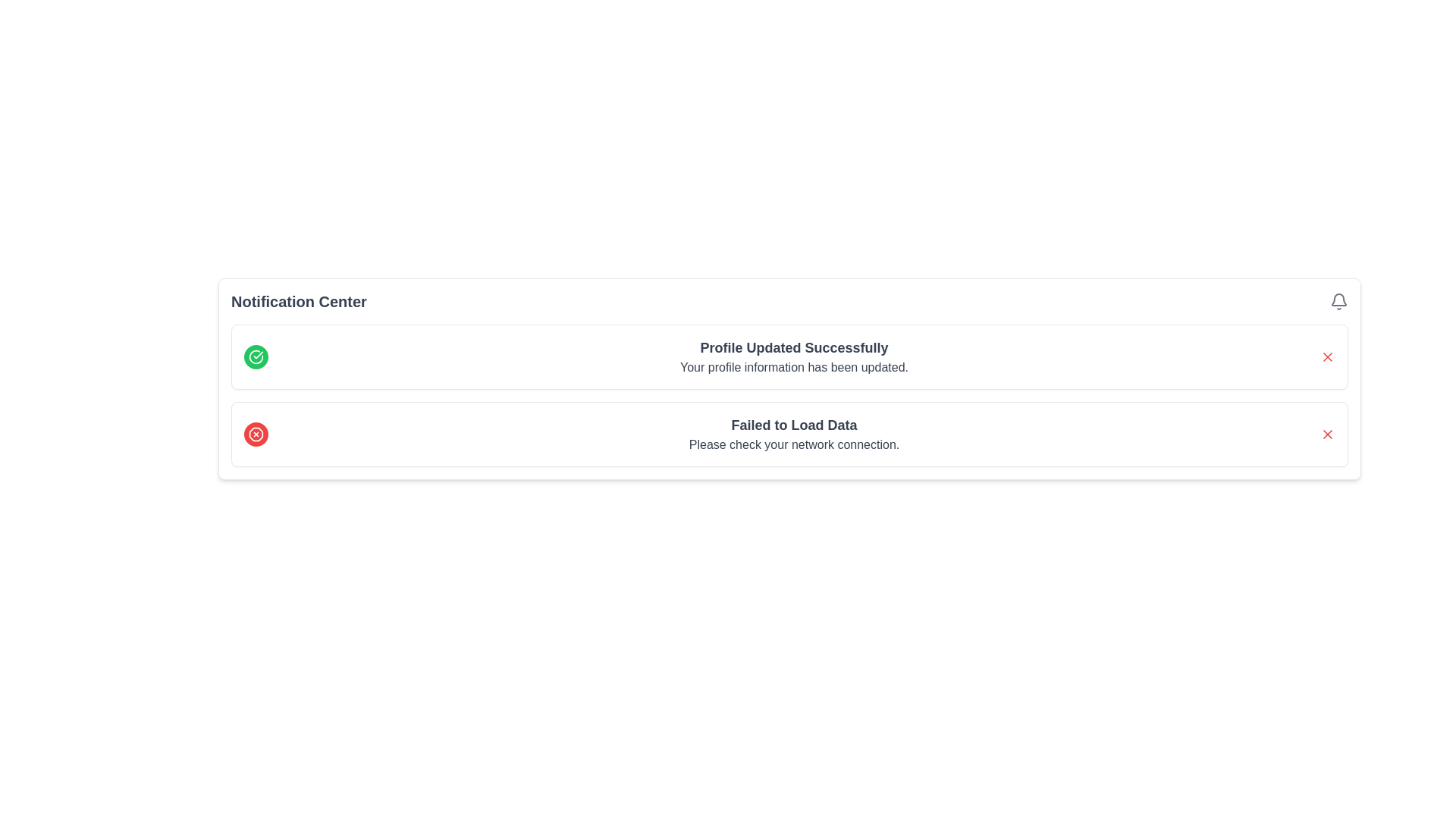 The height and width of the screenshot is (819, 1456). I want to click on the circular green icon with a white check mark, so click(256, 356).